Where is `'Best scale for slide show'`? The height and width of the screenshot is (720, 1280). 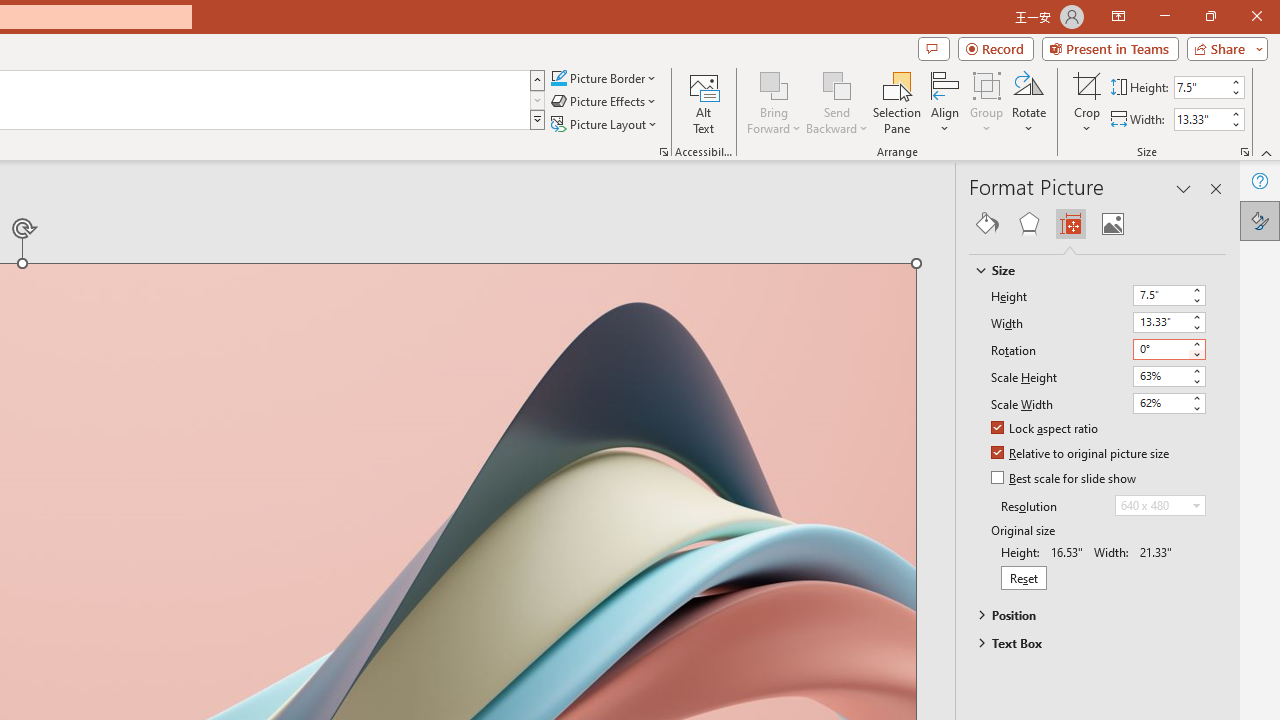 'Best scale for slide show' is located at coordinates (1064, 479).